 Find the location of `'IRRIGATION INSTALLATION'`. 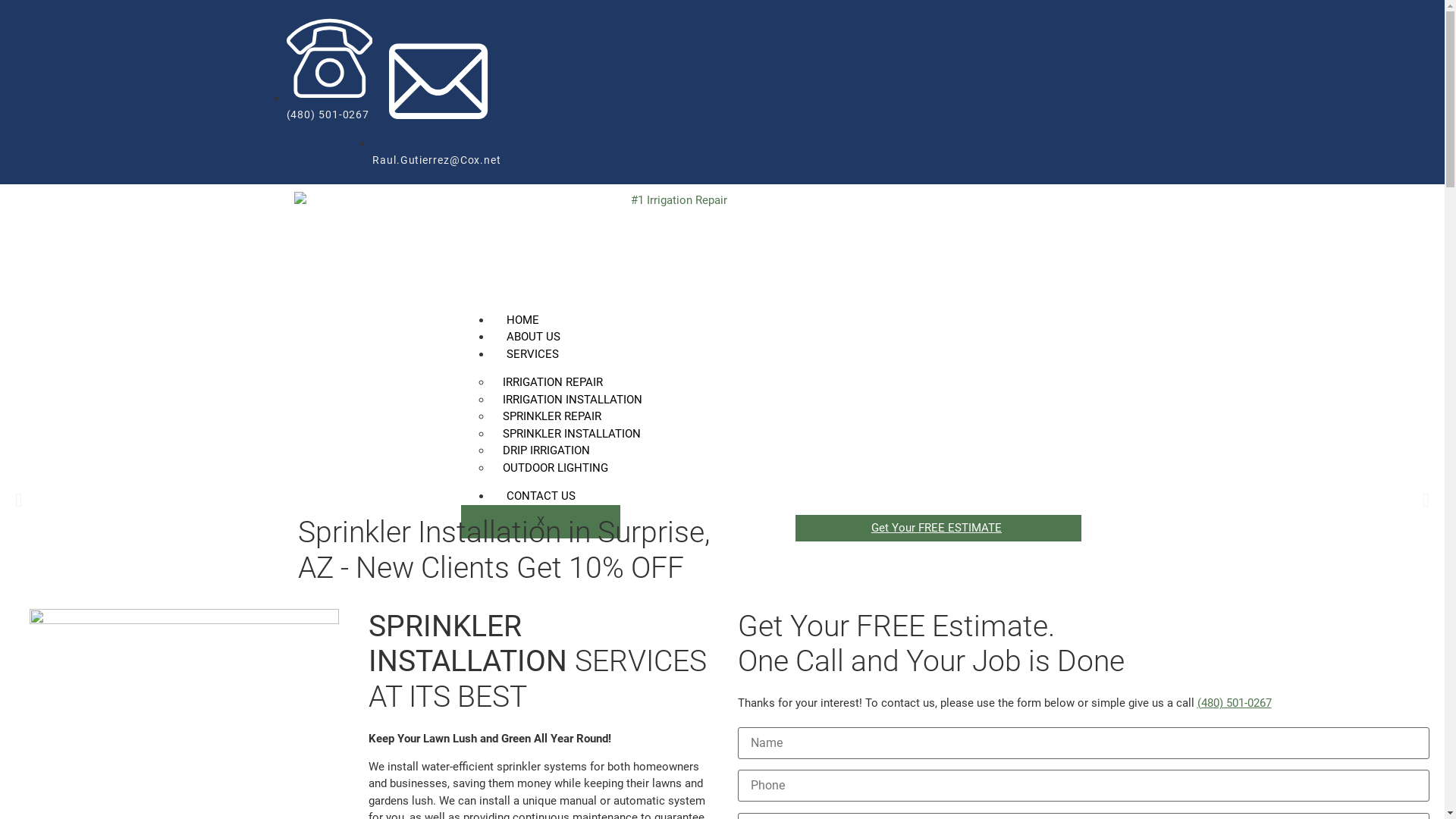

'IRRIGATION INSTALLATION' is located at coordinates (571, 399).